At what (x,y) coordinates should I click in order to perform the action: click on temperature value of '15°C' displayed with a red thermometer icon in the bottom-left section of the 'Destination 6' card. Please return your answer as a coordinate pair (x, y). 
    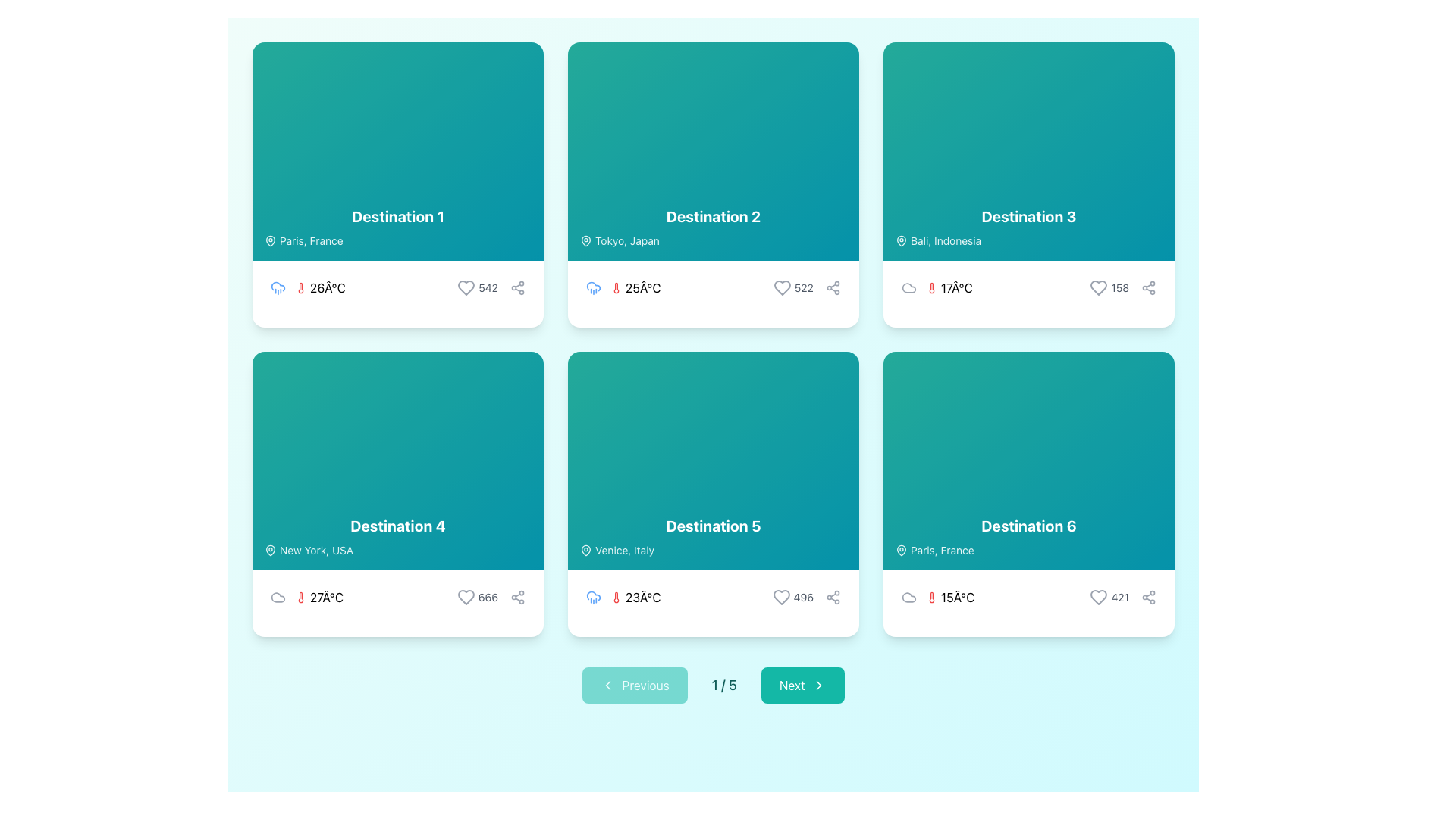
    Looking at the image, I should click on (937, 596).